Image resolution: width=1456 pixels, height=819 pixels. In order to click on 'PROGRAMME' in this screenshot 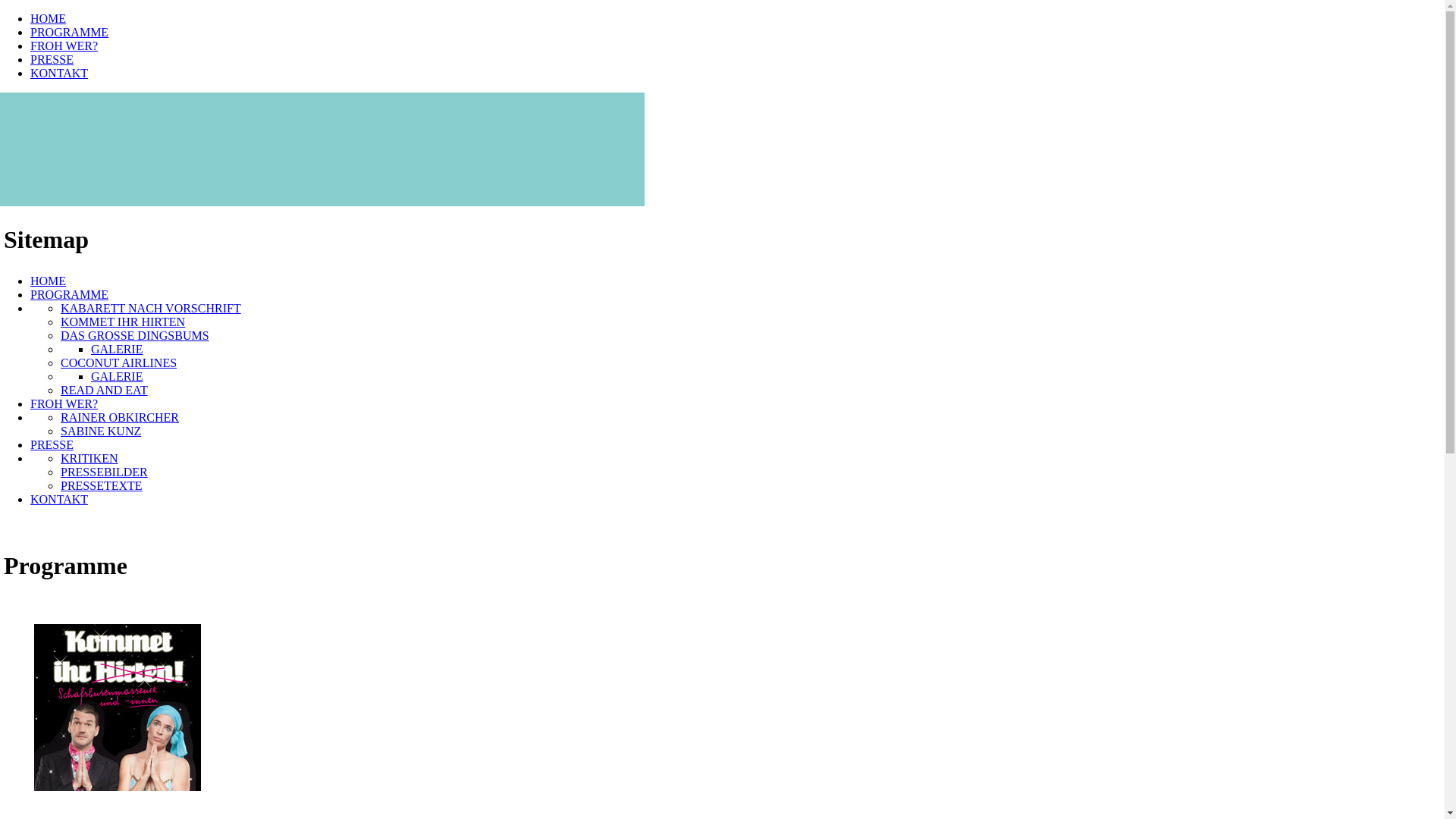, I will do `click(68, 32)`.